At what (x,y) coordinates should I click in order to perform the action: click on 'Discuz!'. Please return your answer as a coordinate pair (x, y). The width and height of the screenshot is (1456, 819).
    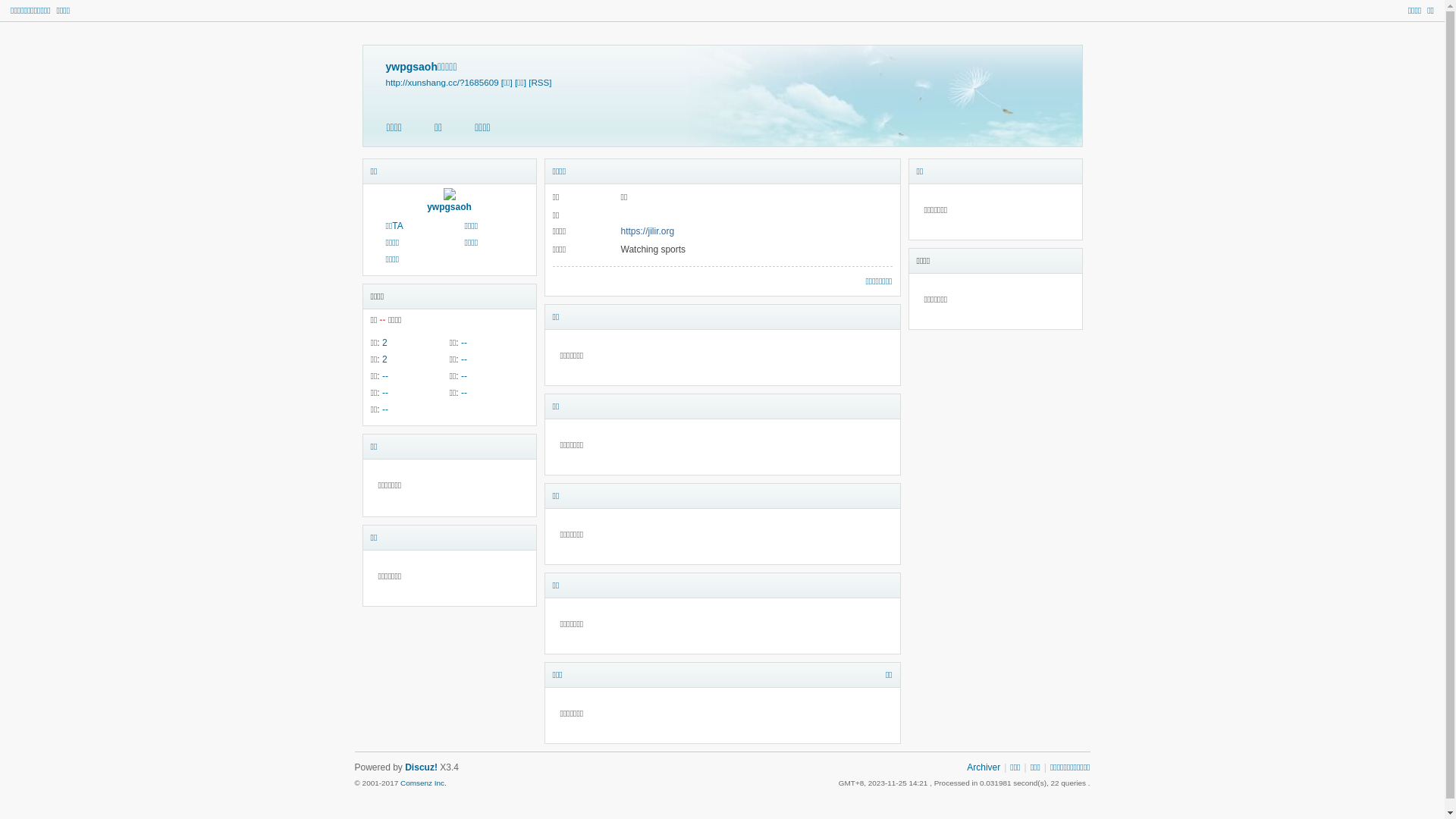
    Looking at the image, I should click on (421, 767).